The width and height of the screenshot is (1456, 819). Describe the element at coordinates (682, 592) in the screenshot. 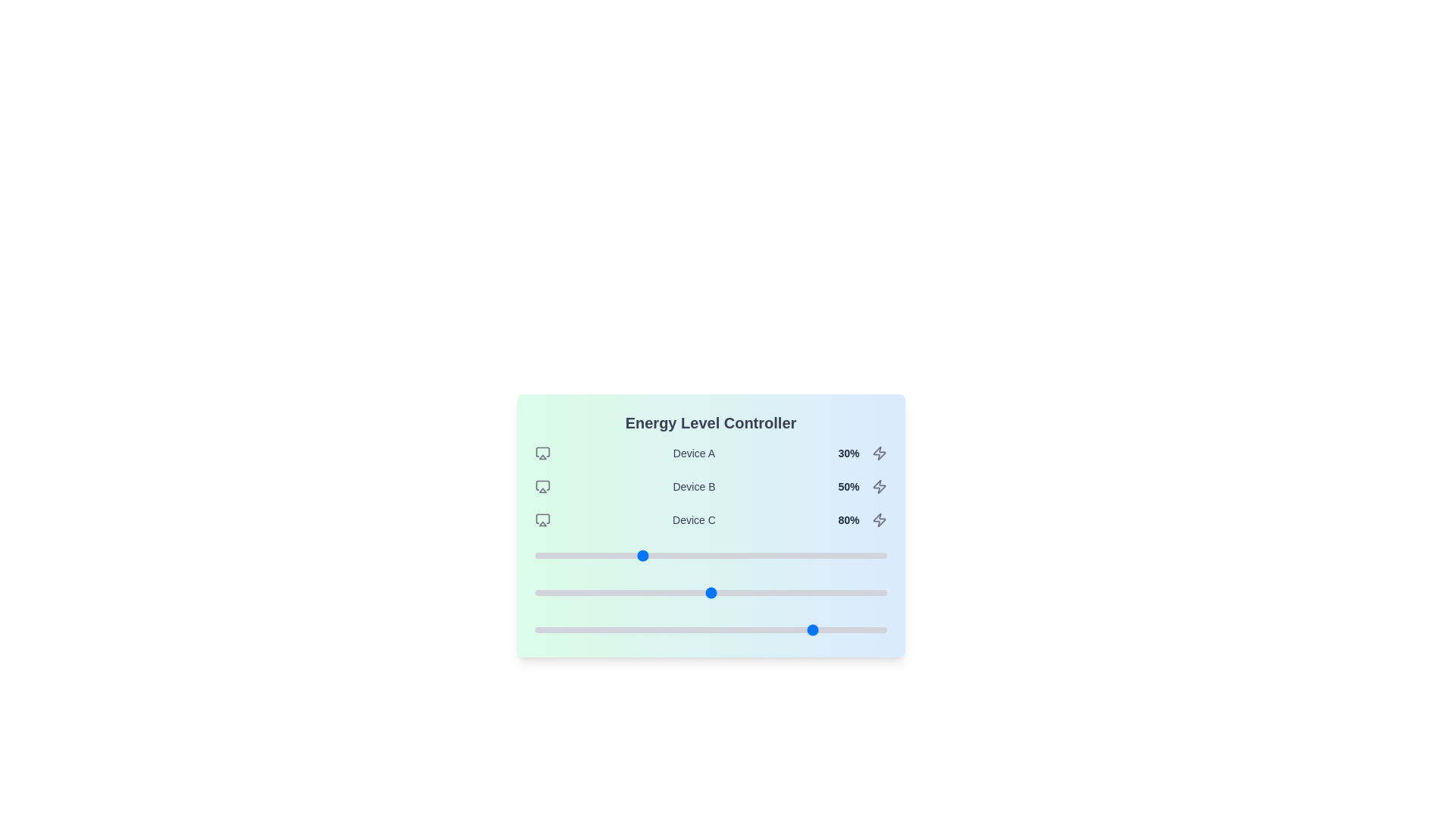

I see `the slider for Device B to set its energy level to 42%` at that location.